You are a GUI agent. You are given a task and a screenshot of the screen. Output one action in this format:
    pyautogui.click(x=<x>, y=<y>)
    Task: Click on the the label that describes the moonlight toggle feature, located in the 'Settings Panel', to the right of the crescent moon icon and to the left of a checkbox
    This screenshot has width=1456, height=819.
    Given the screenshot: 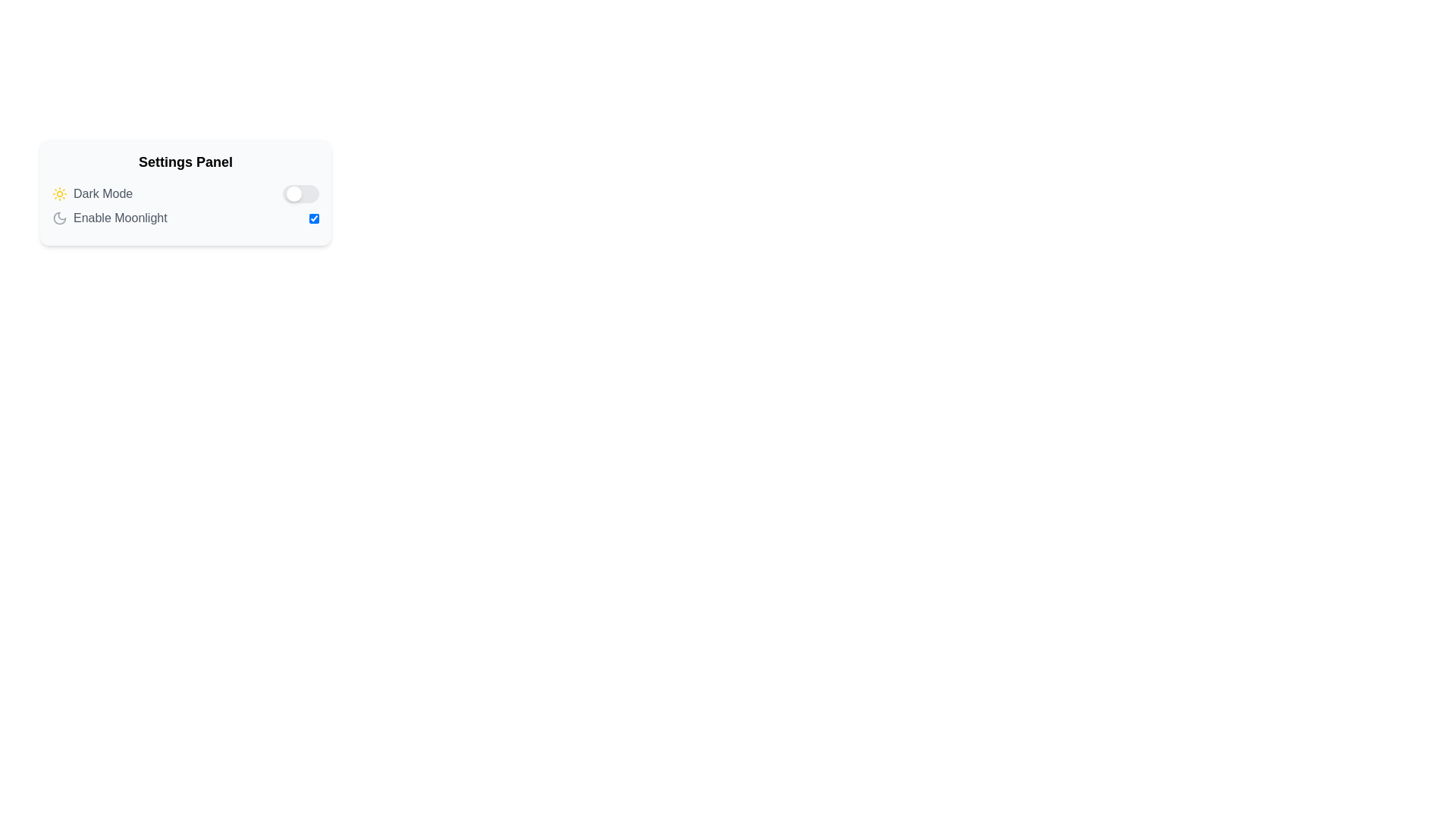 What is the action you would take?
    pyautogui.click(x=119, y=218)
    